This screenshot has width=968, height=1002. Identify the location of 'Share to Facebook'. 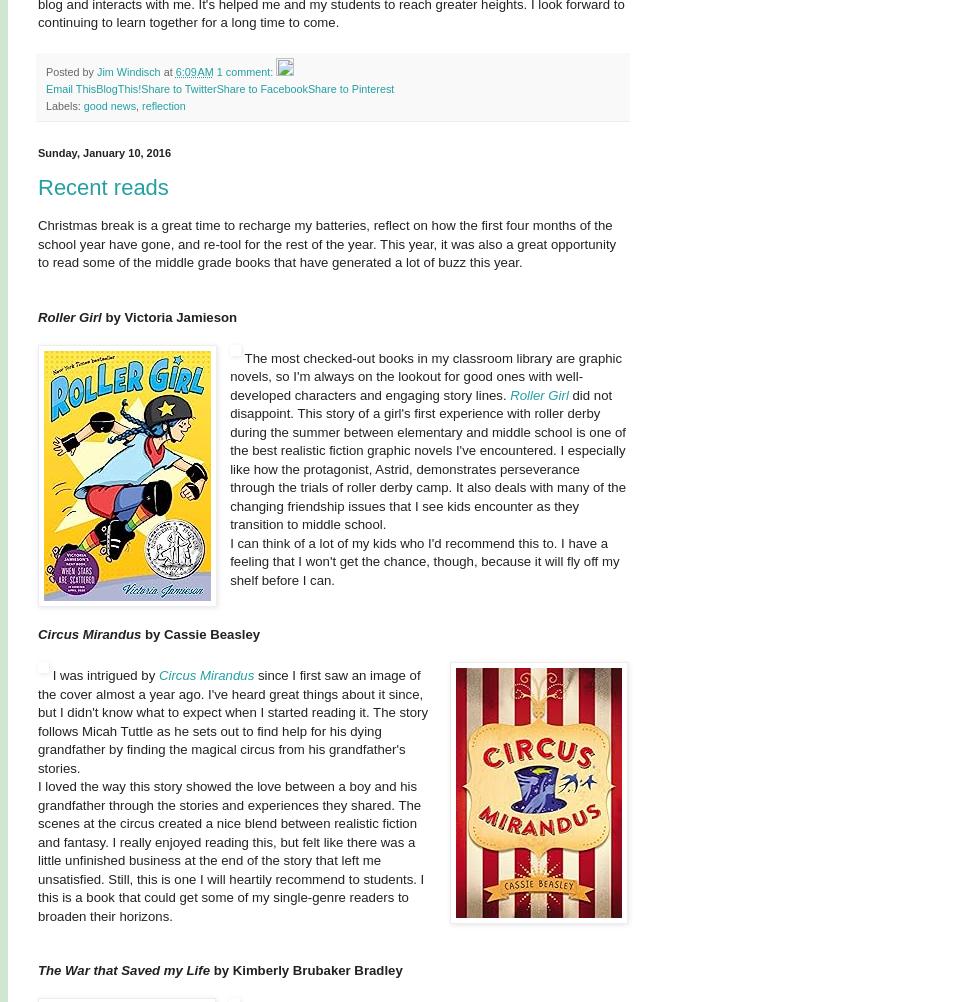
(261, 87).